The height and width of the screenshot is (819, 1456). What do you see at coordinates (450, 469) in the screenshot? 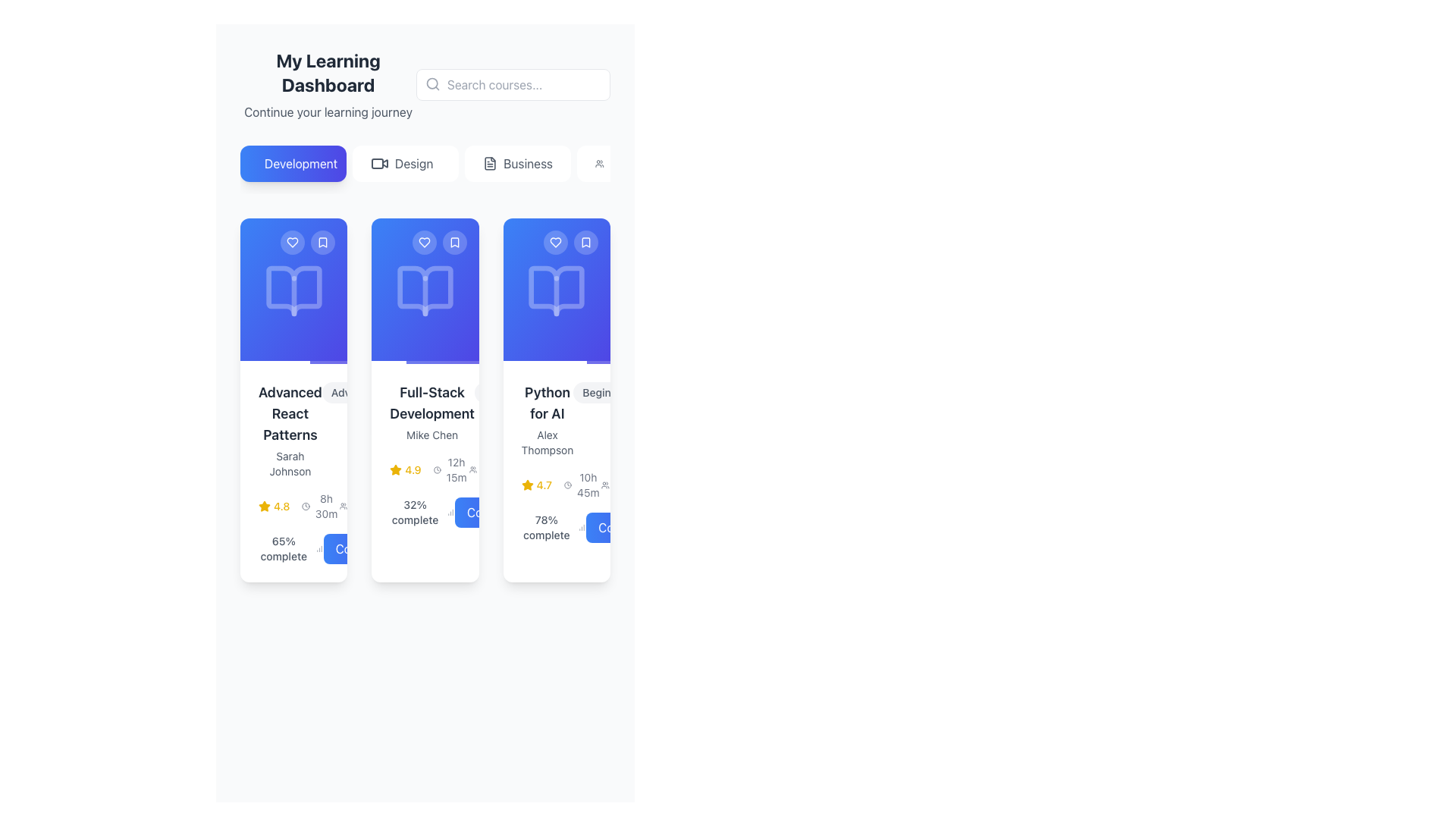
I see `time duration displayed in the text field accompanied by a clock icon in the 'Full-Stack Development' card` at bounding box center [450, 469].